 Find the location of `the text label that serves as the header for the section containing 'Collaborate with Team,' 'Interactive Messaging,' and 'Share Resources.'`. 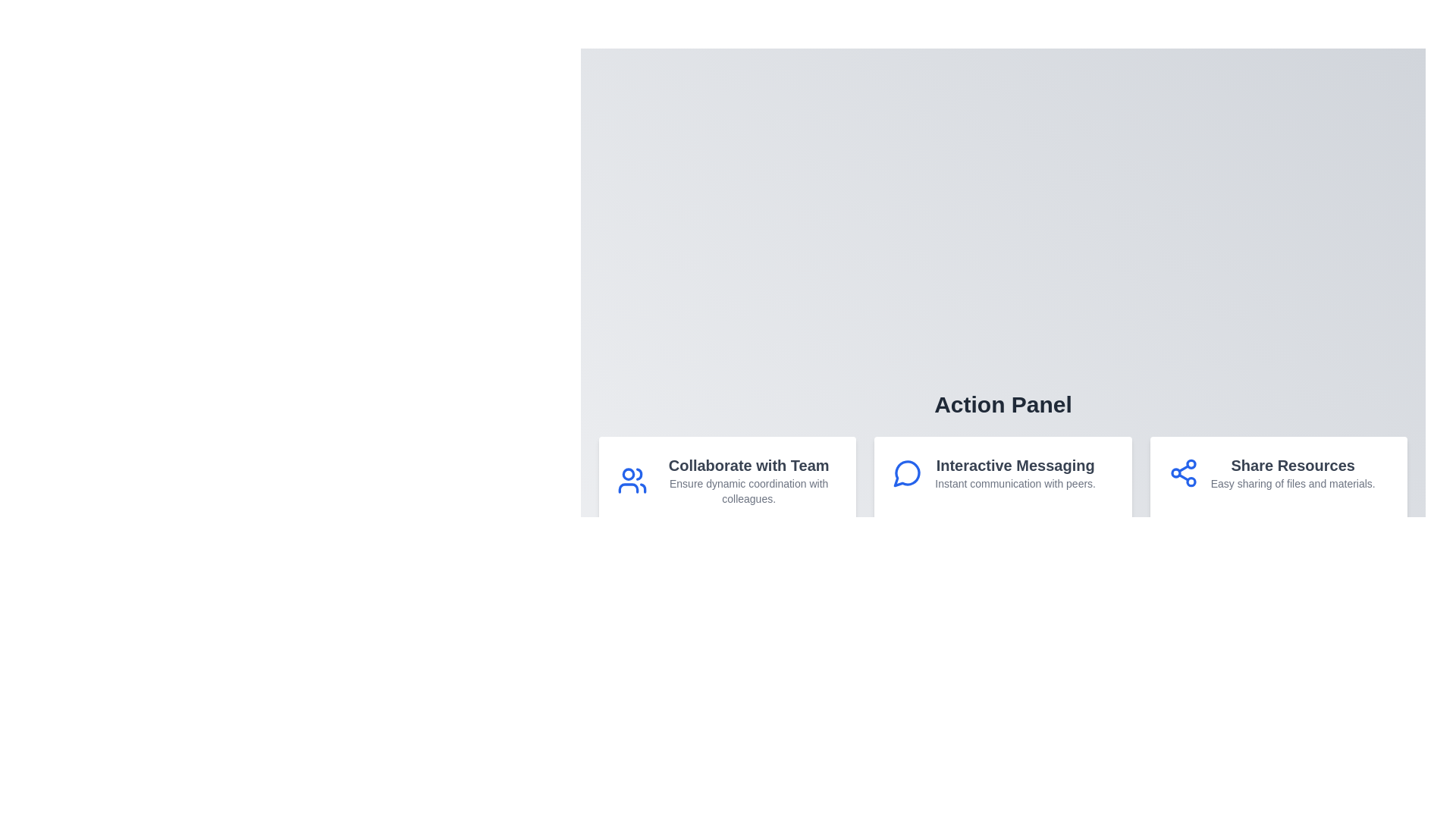

the text label that serves as the header for the section containing 'Collaborate with Team,' 'Interactive Messaging,' and 'Share Resources.' is located at coordinates (1003, 403).